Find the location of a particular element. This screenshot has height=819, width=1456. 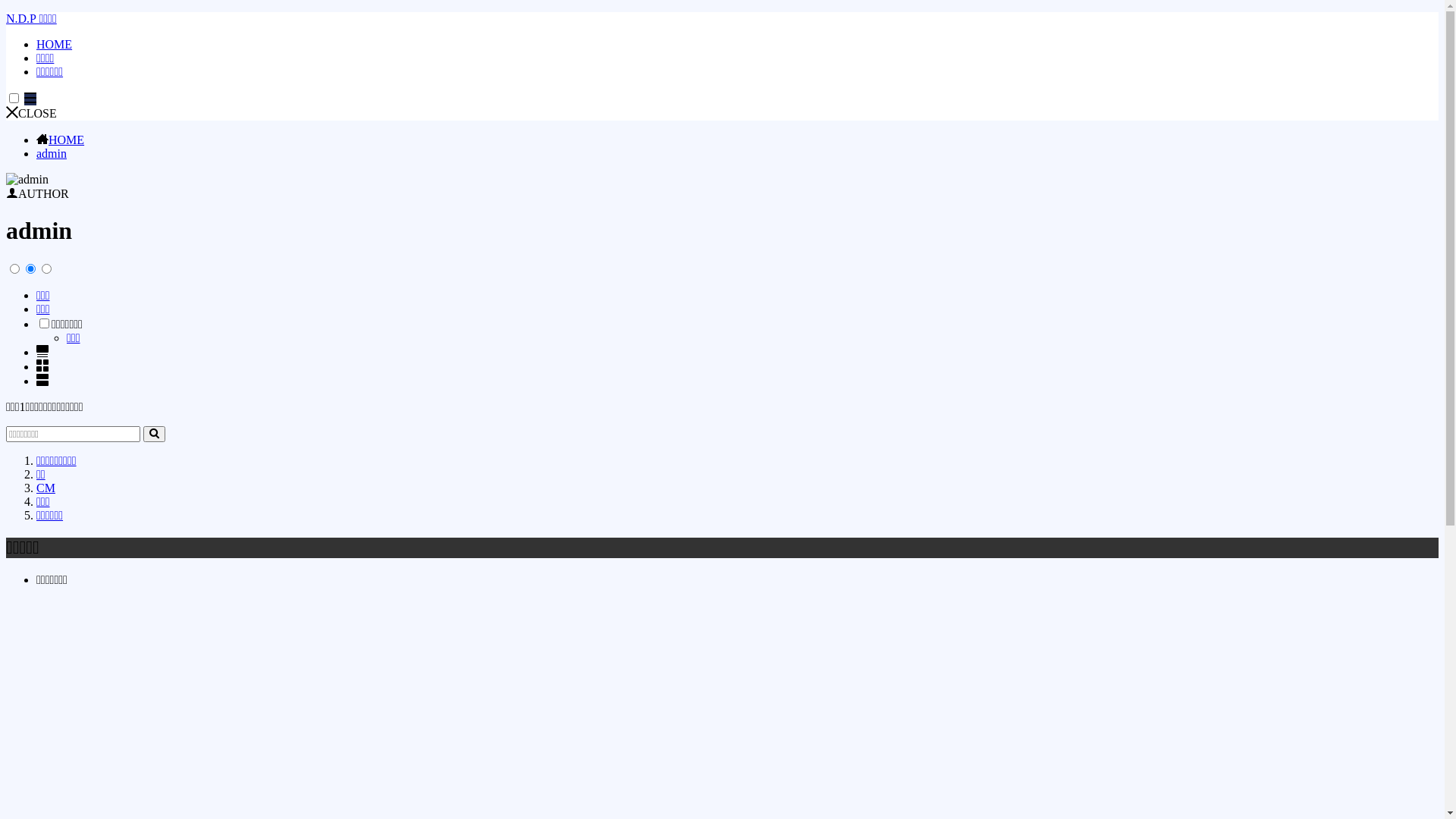

'CM' is located at coordinates (45, 488).